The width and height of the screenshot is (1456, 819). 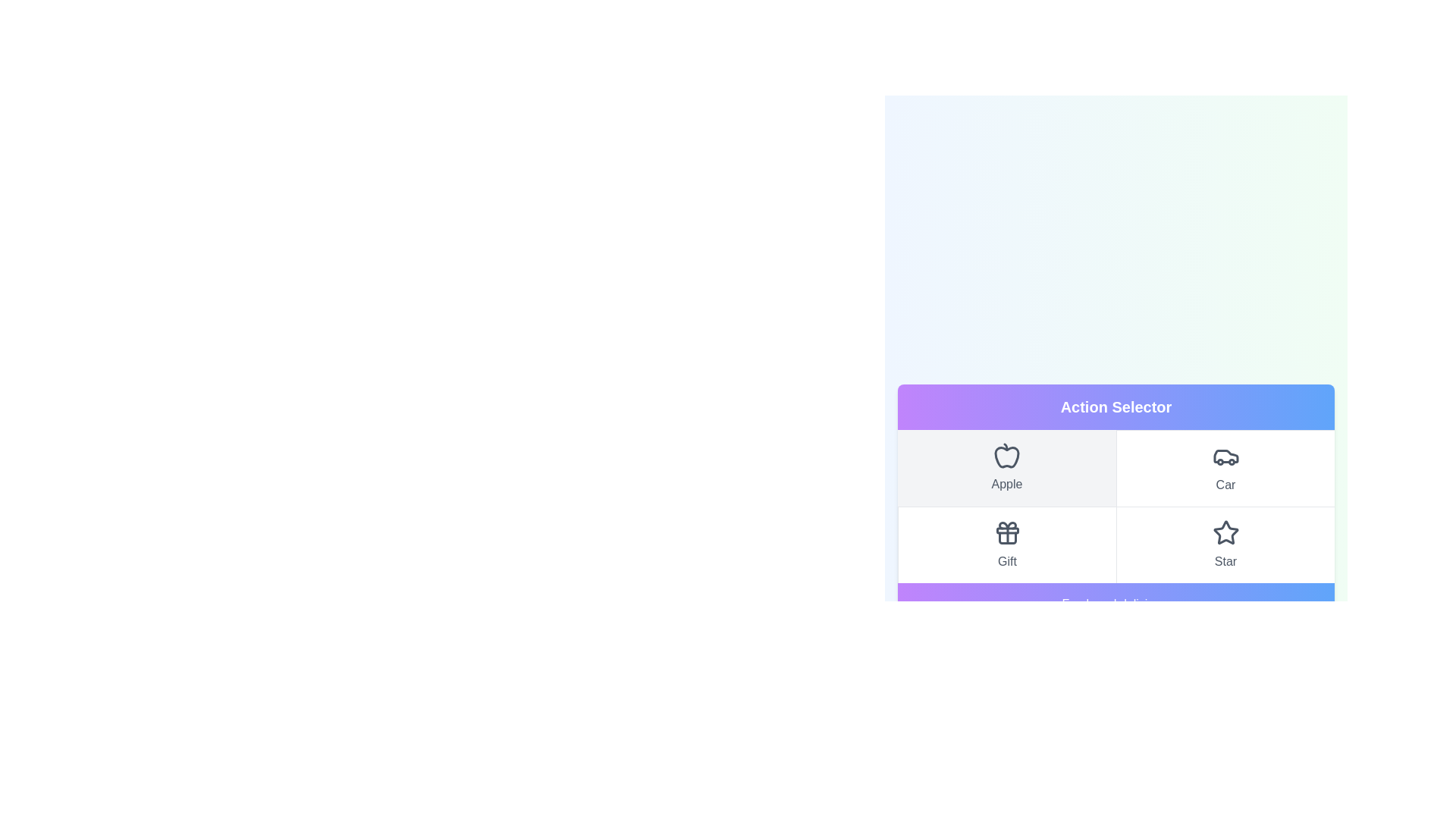 I want to click on the horizontal decorative bar within the gift icon located in the lower-left section of the grid, positioned between the Apple icon above and the Star icon to the right, so click(x=1007, y=529).